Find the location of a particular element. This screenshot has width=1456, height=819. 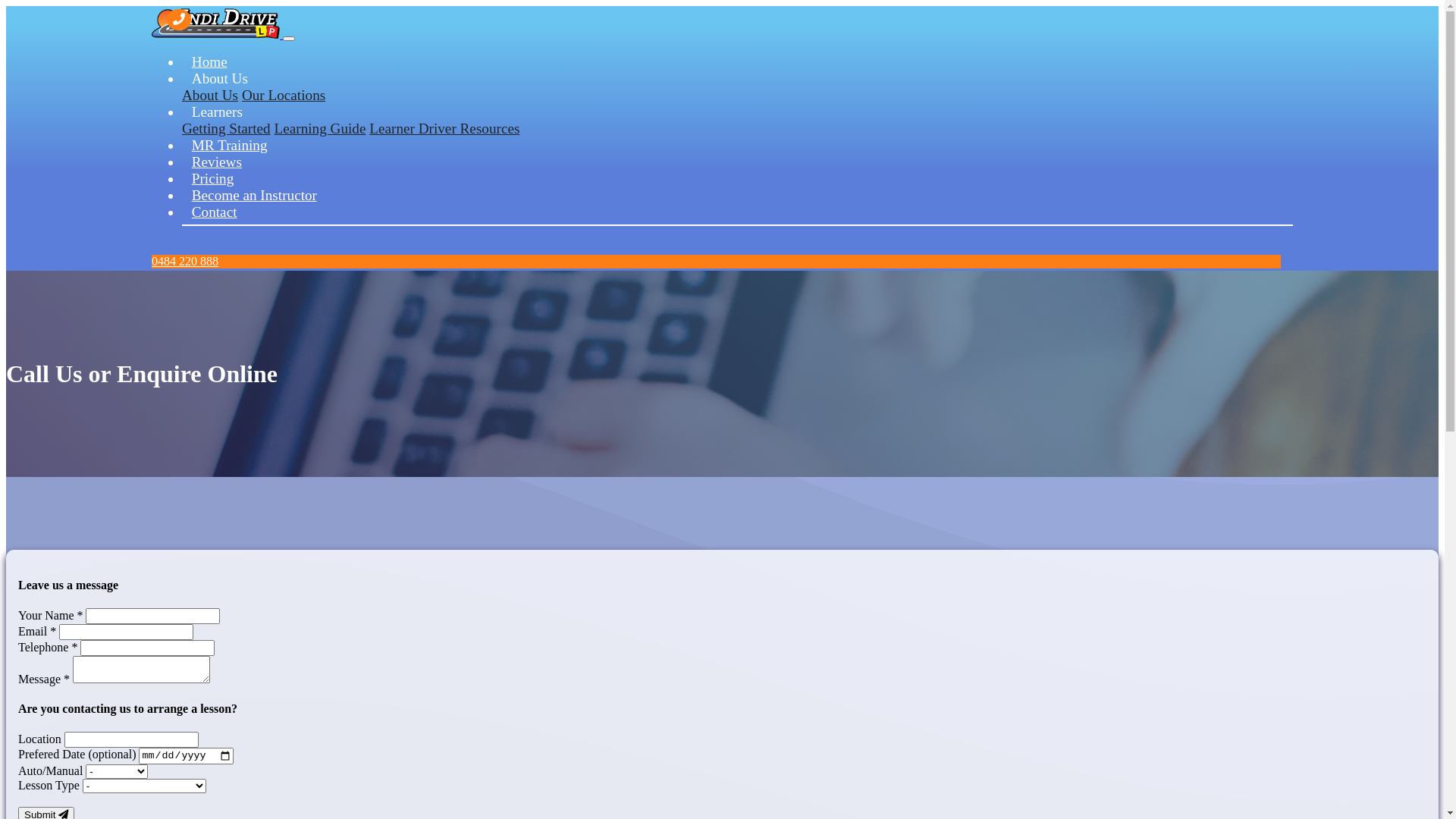

'Become an Instructor' is located at coordinates (254, 194).